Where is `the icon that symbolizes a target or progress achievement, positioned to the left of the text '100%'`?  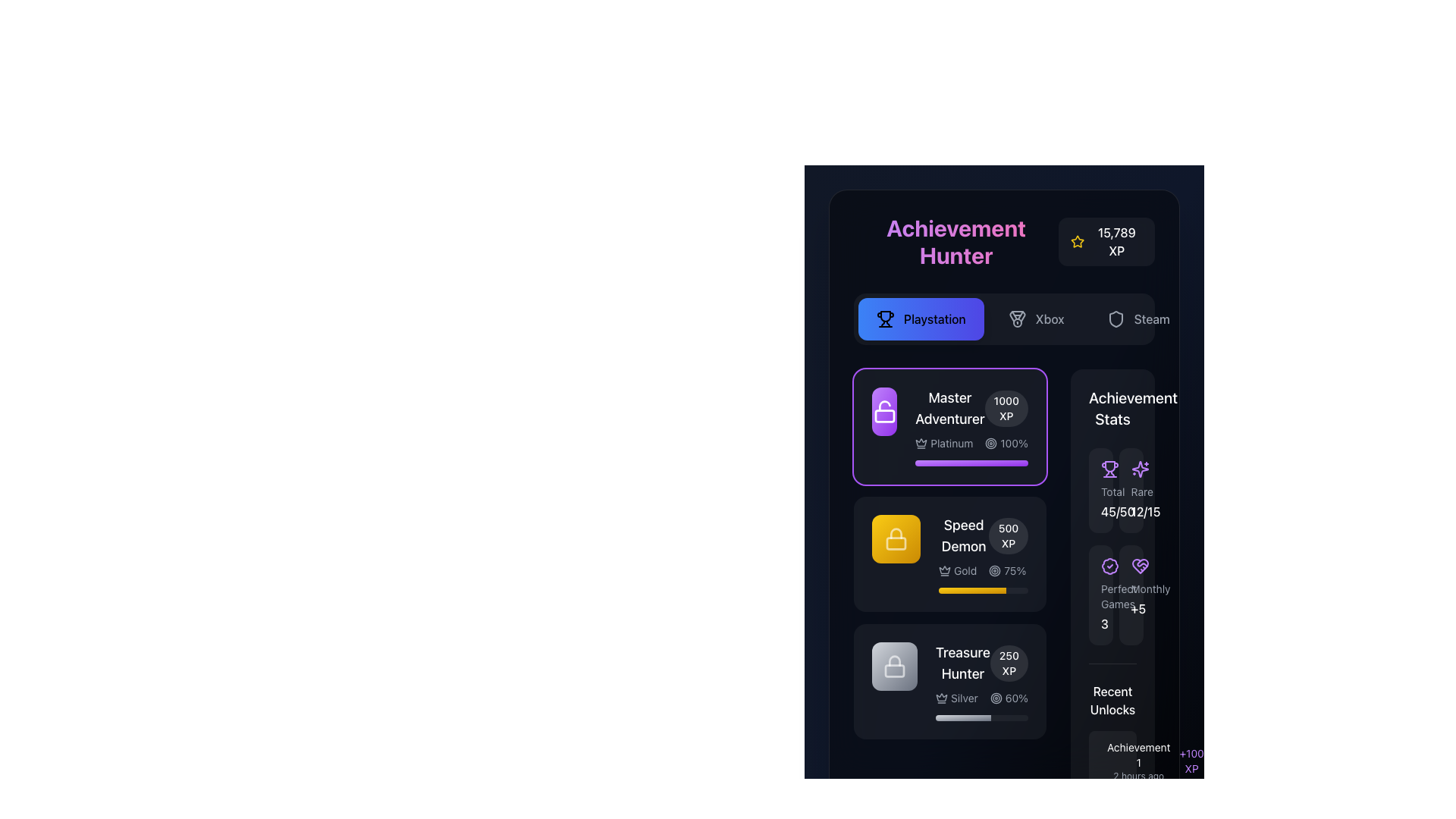
the icon that symbolizes a target or progress achievement, positioned to the left of the text '100%' is located at coordinates (991, 444).